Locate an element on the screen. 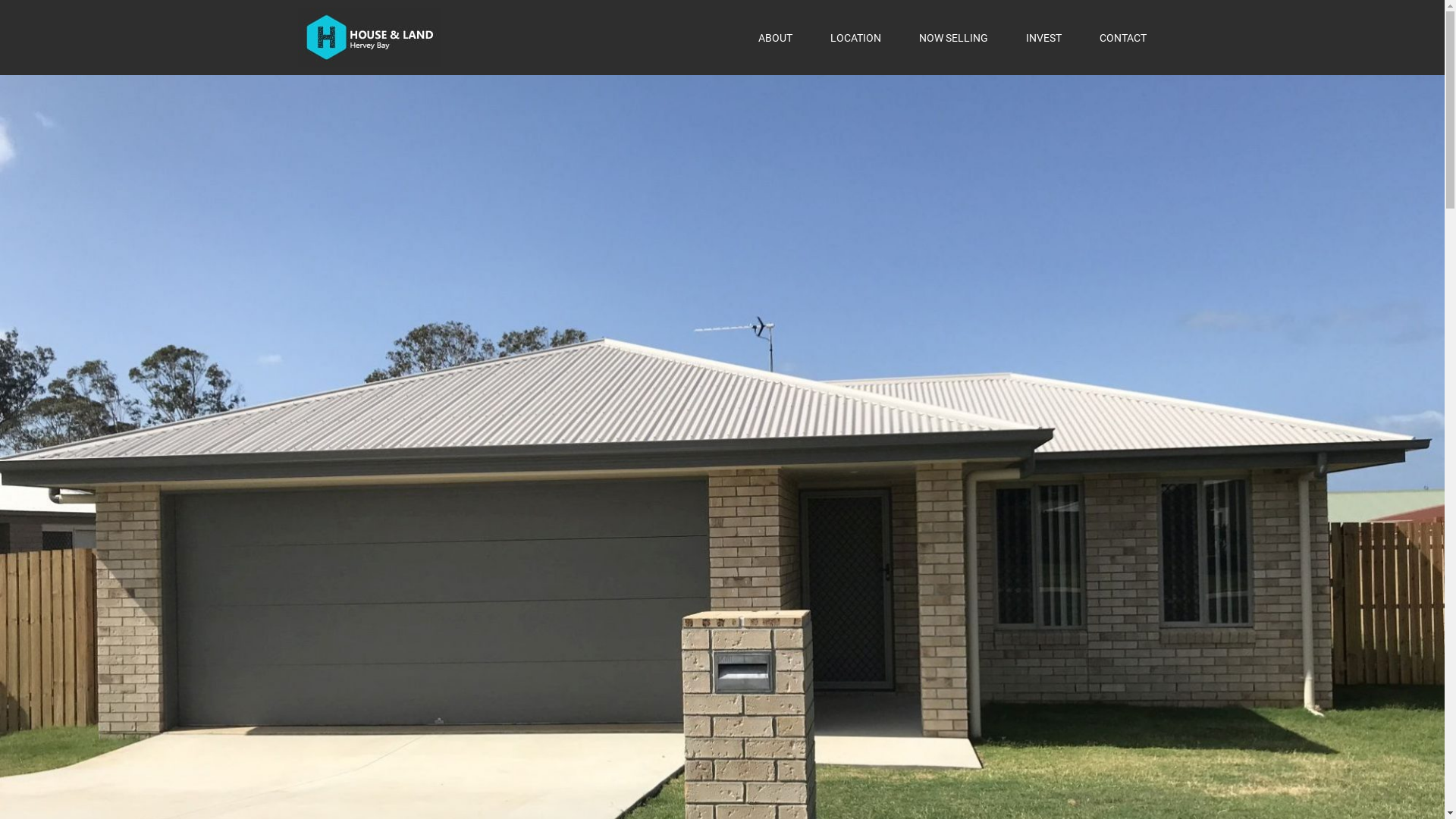 The width and height of the screenshot is (1456, 819). 'CONTACT' is located at coordinates (1123, 36).